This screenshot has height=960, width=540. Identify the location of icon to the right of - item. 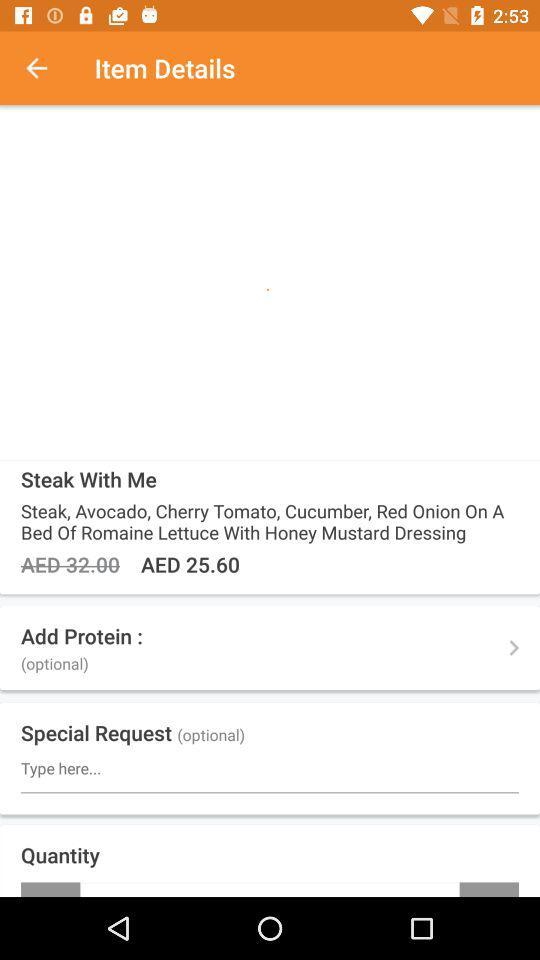
(488, 888).